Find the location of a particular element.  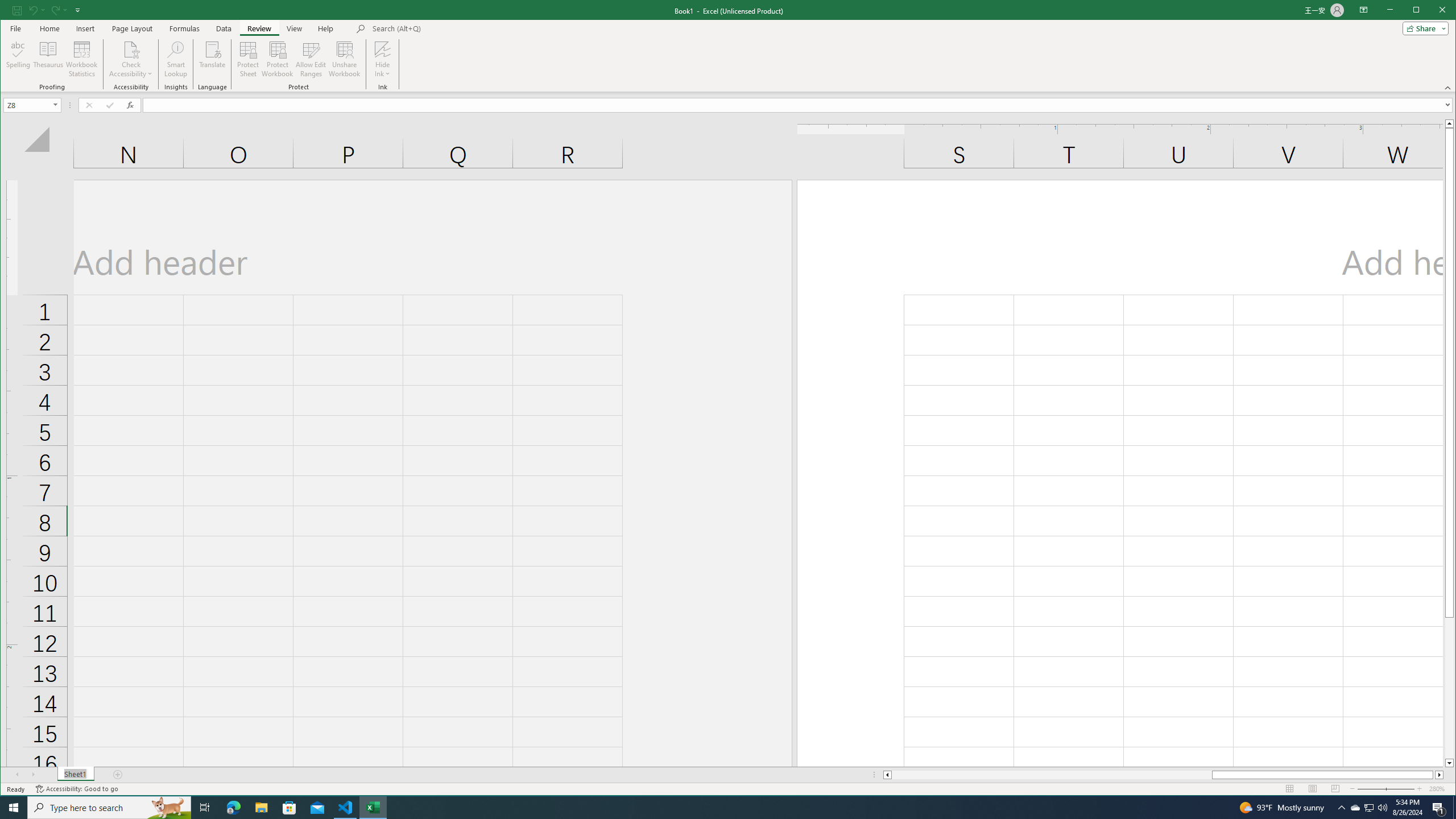

'Insert' is located at coordinates (85, 28).